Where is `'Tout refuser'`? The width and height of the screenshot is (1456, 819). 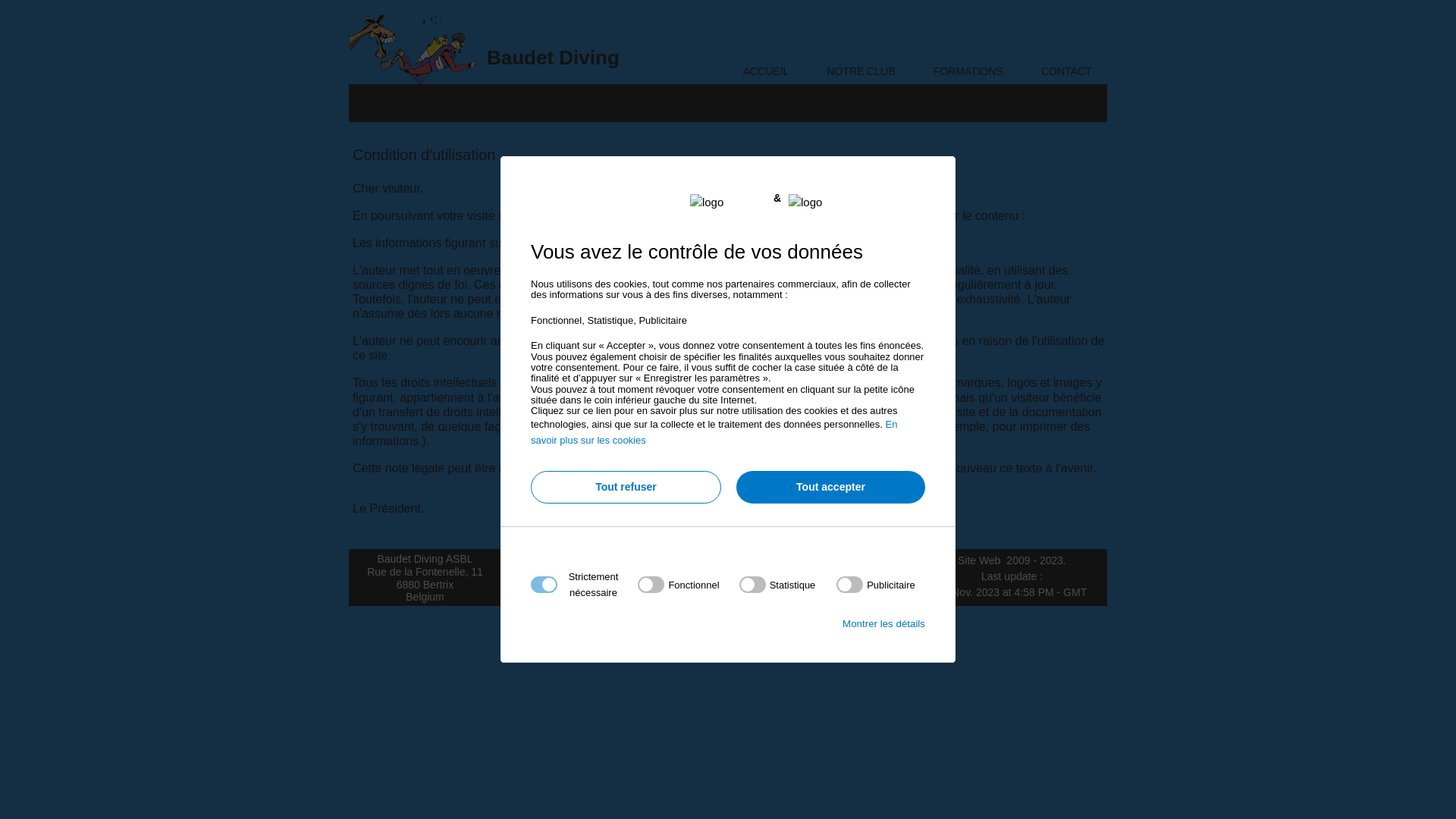
'Tout refuser' is located at coordinates (626, 487).